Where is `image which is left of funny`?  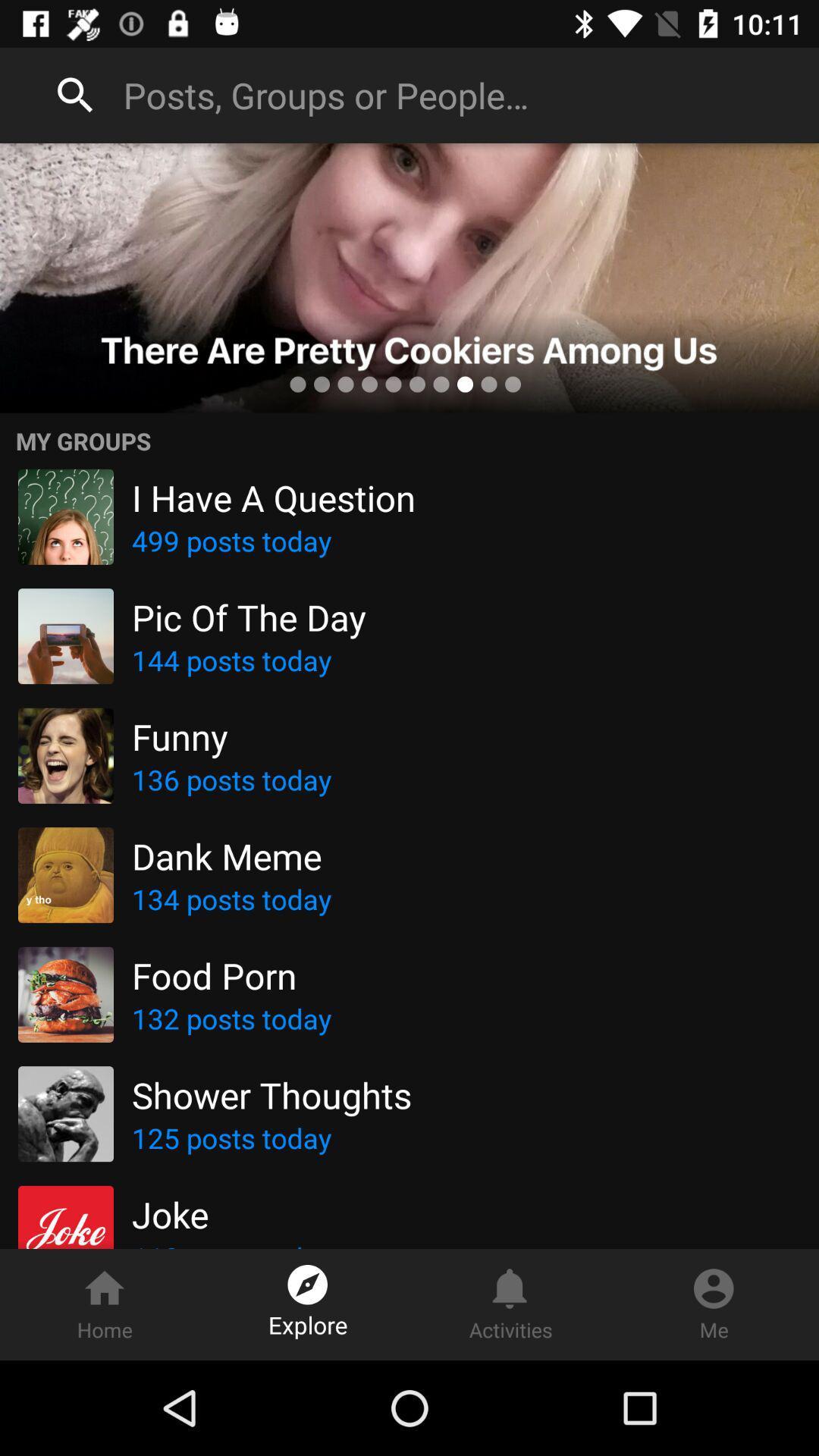
image which is left of funny is located at coordinates (65, 756).